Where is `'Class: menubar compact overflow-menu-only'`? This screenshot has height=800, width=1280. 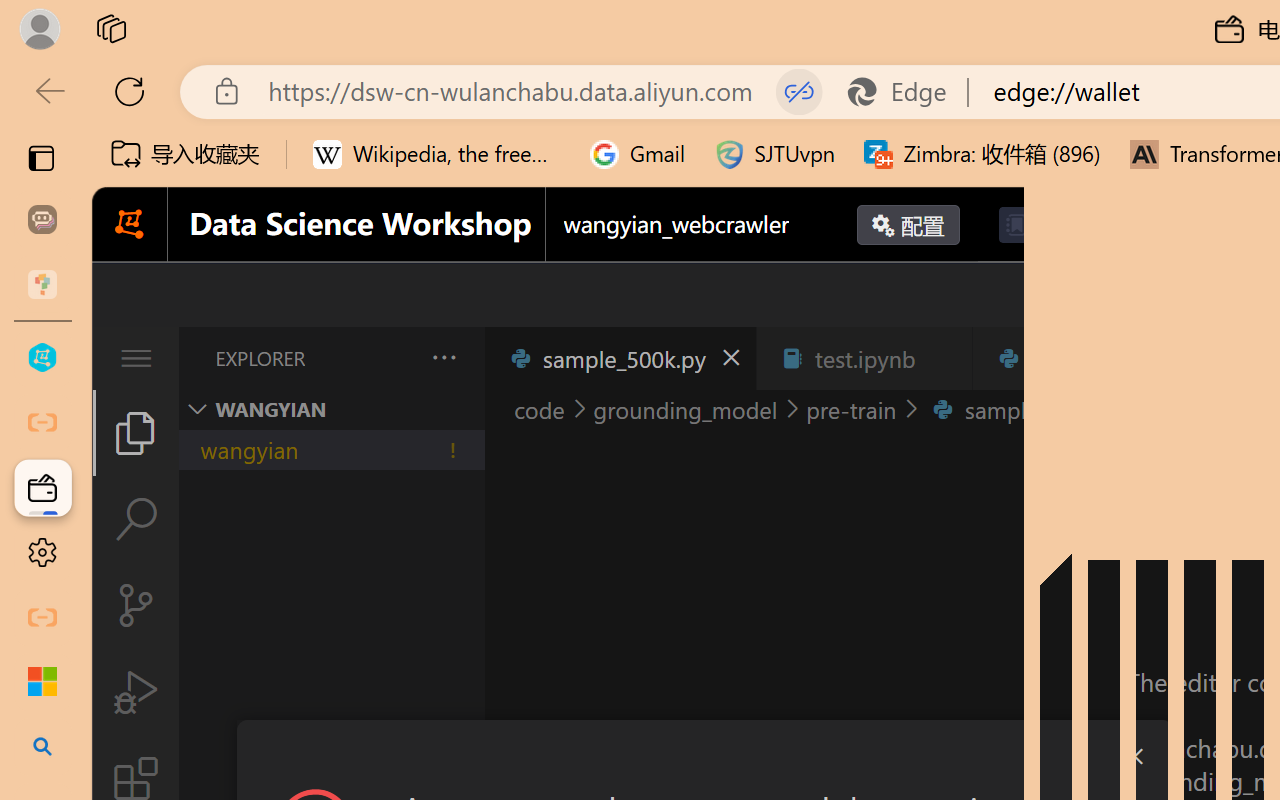
'Class: menubar compact overflow-menu-only' is located at coordinates (134, 358).